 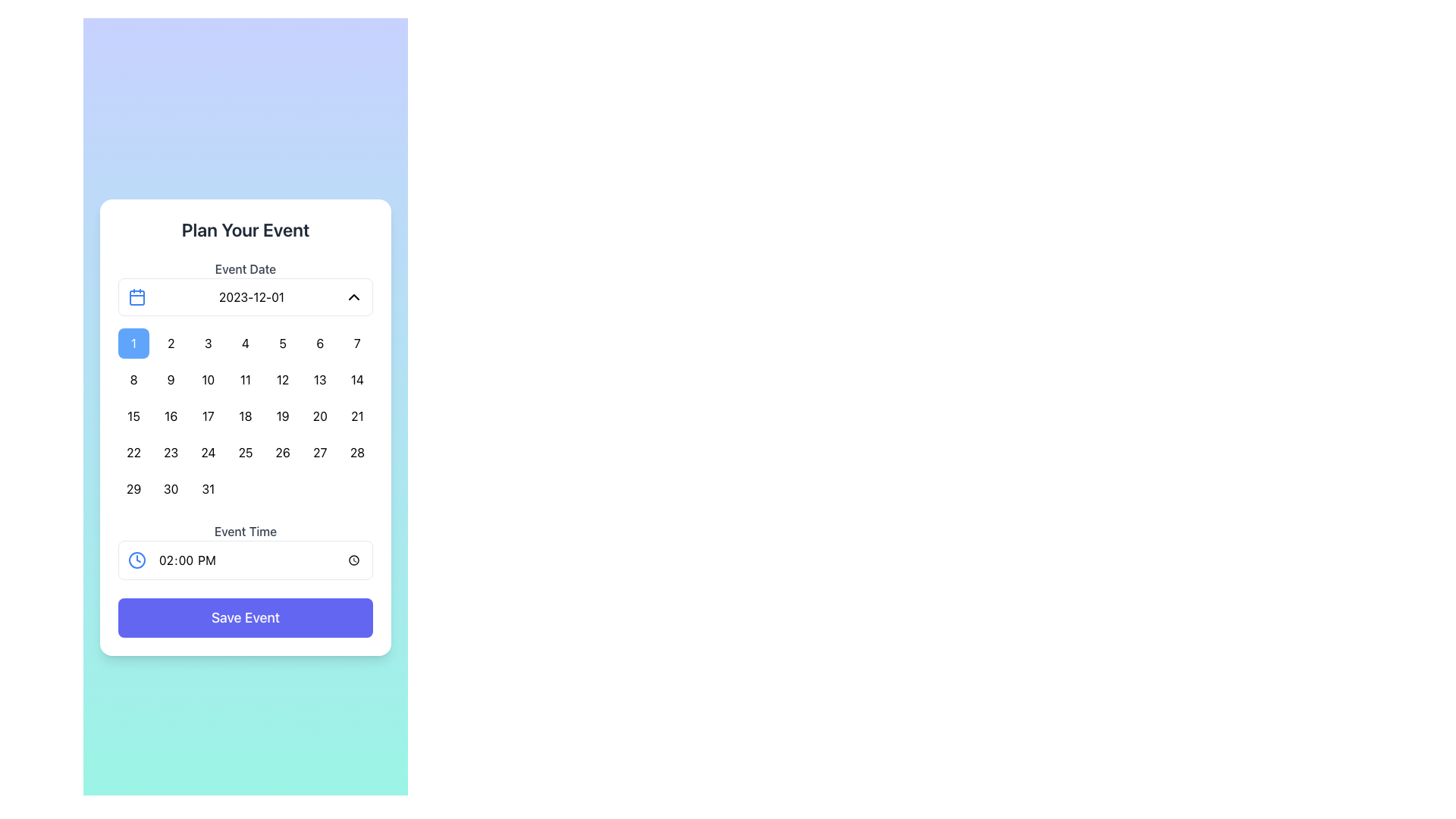 I want to click on the button displaying the number '11' in the calendar grid, so click(x=245, y=379).